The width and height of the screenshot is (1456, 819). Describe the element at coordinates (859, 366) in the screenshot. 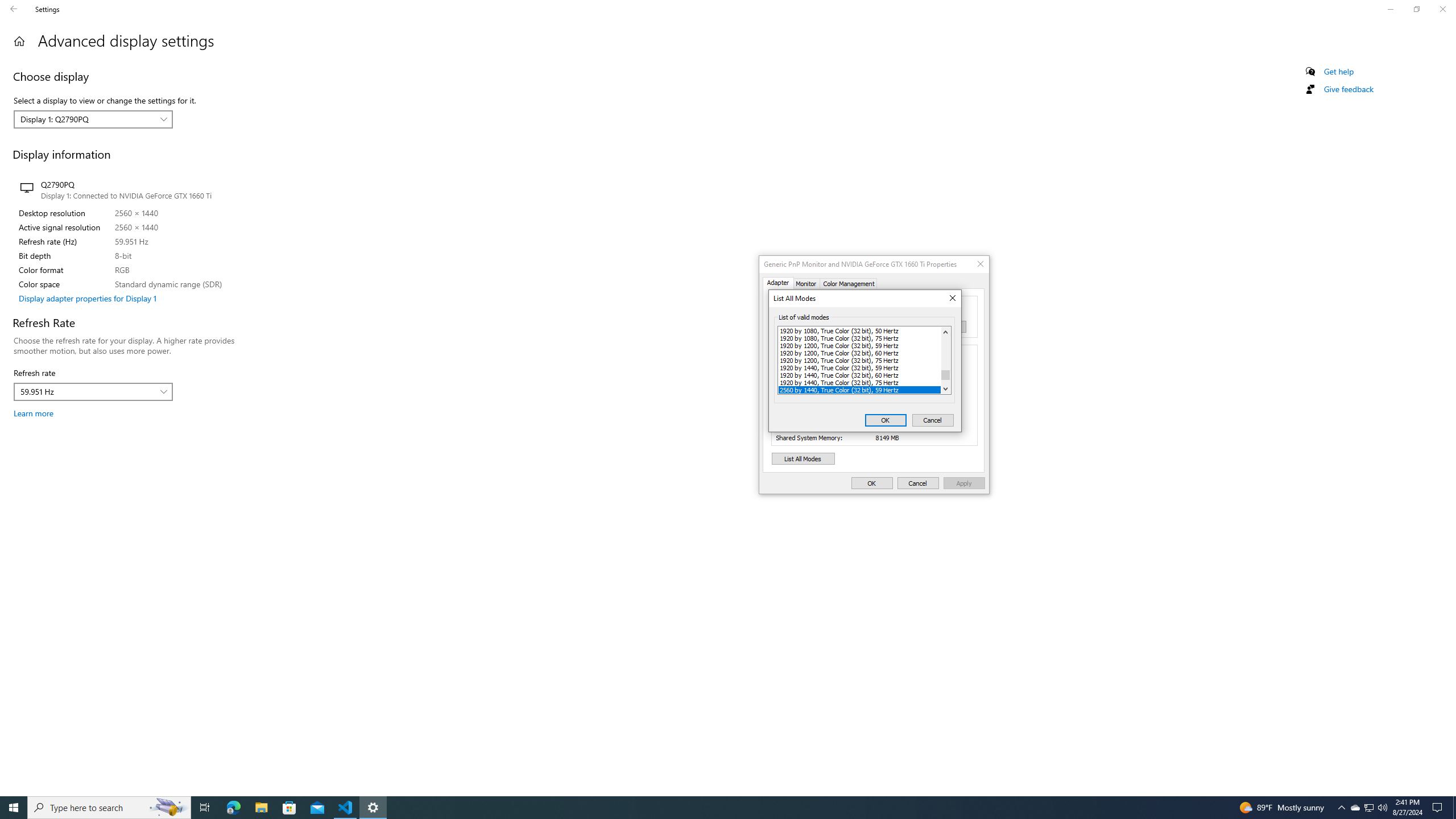

I see `'1920 by 1440, True Color (32 bit), 59 Hertz'` at that location.